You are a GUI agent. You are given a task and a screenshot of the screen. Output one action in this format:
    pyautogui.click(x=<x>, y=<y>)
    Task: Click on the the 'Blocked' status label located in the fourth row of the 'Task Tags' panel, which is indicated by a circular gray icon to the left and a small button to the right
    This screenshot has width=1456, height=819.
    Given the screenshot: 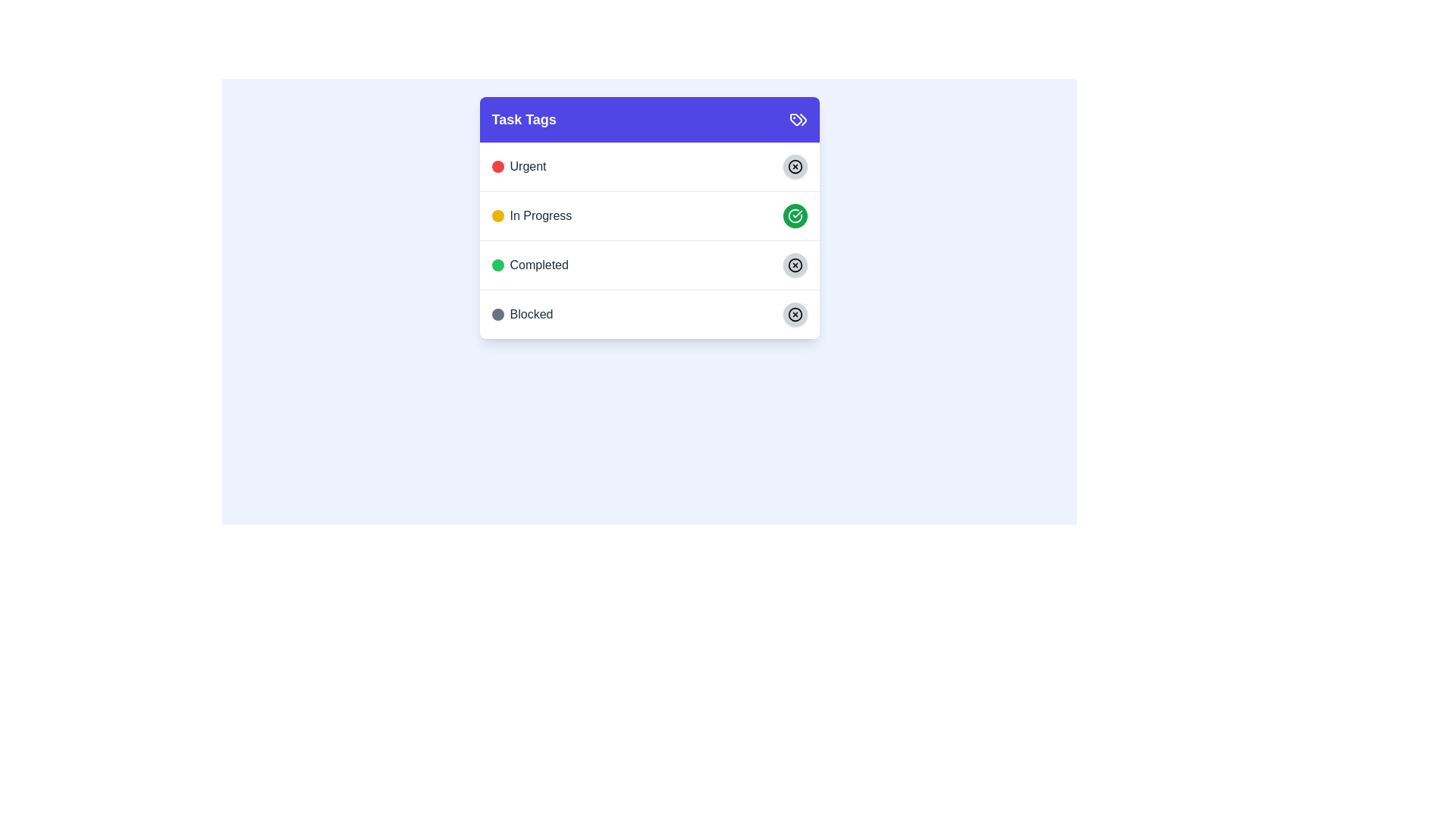 What is the action you would take?
    pyautogui.click(x=531, y=314)
    